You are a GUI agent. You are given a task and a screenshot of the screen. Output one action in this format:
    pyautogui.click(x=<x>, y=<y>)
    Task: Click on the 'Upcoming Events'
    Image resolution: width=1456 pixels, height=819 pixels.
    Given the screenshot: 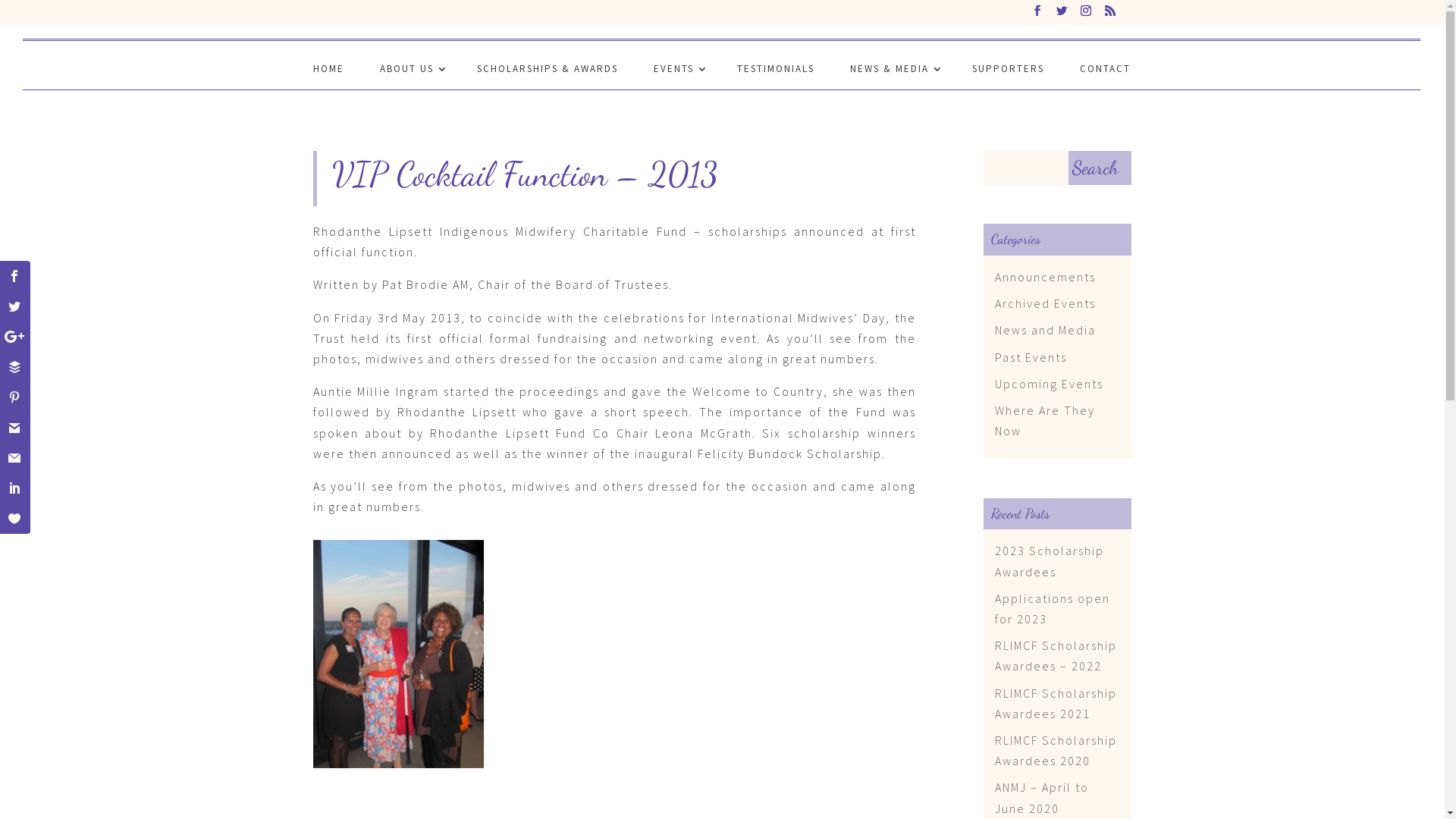 What is the action you would take?
    pyautogui.click(x=1048, y=382)
    